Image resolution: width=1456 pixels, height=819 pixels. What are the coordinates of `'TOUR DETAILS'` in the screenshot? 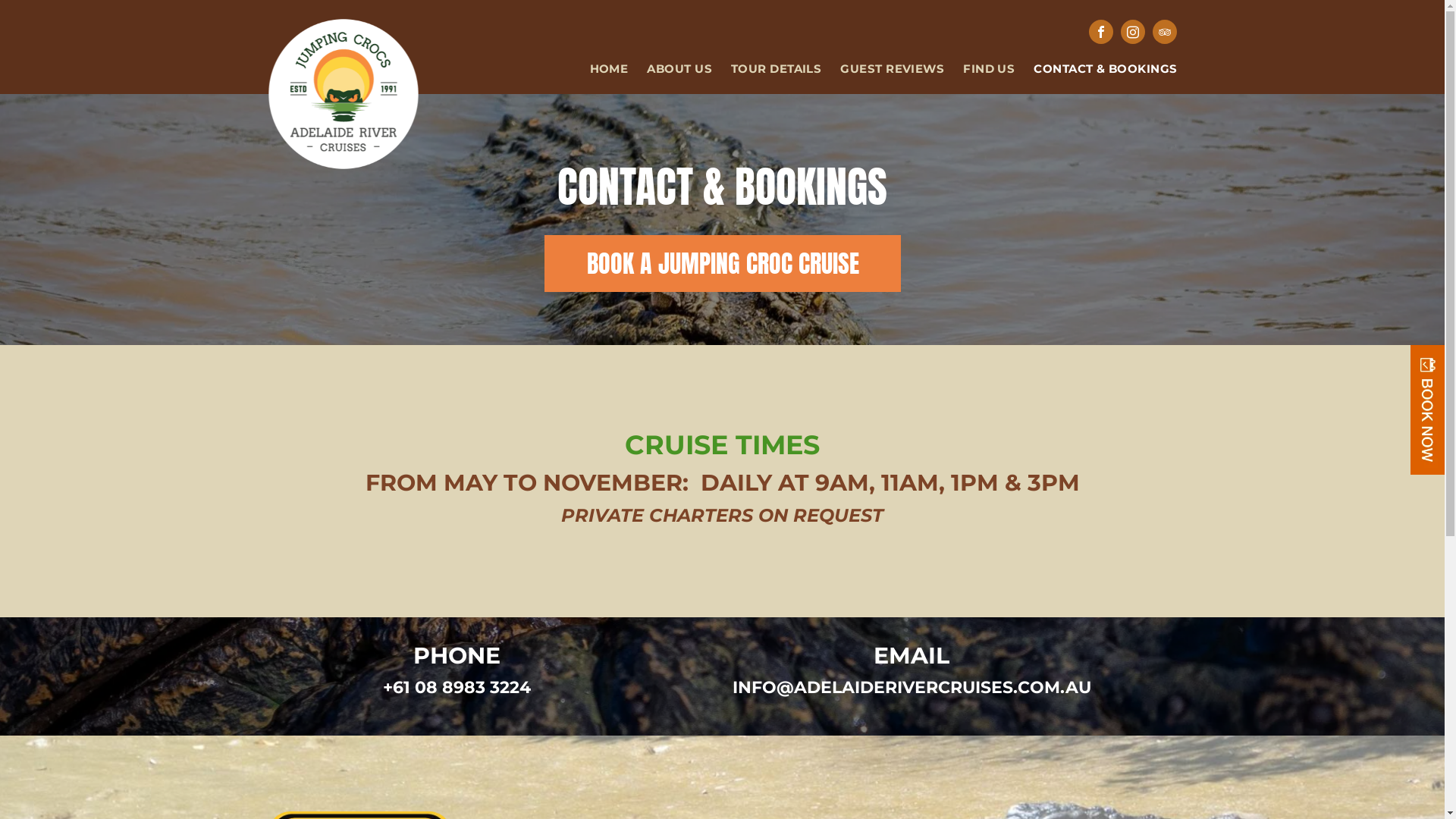 It's located at (767, 69).